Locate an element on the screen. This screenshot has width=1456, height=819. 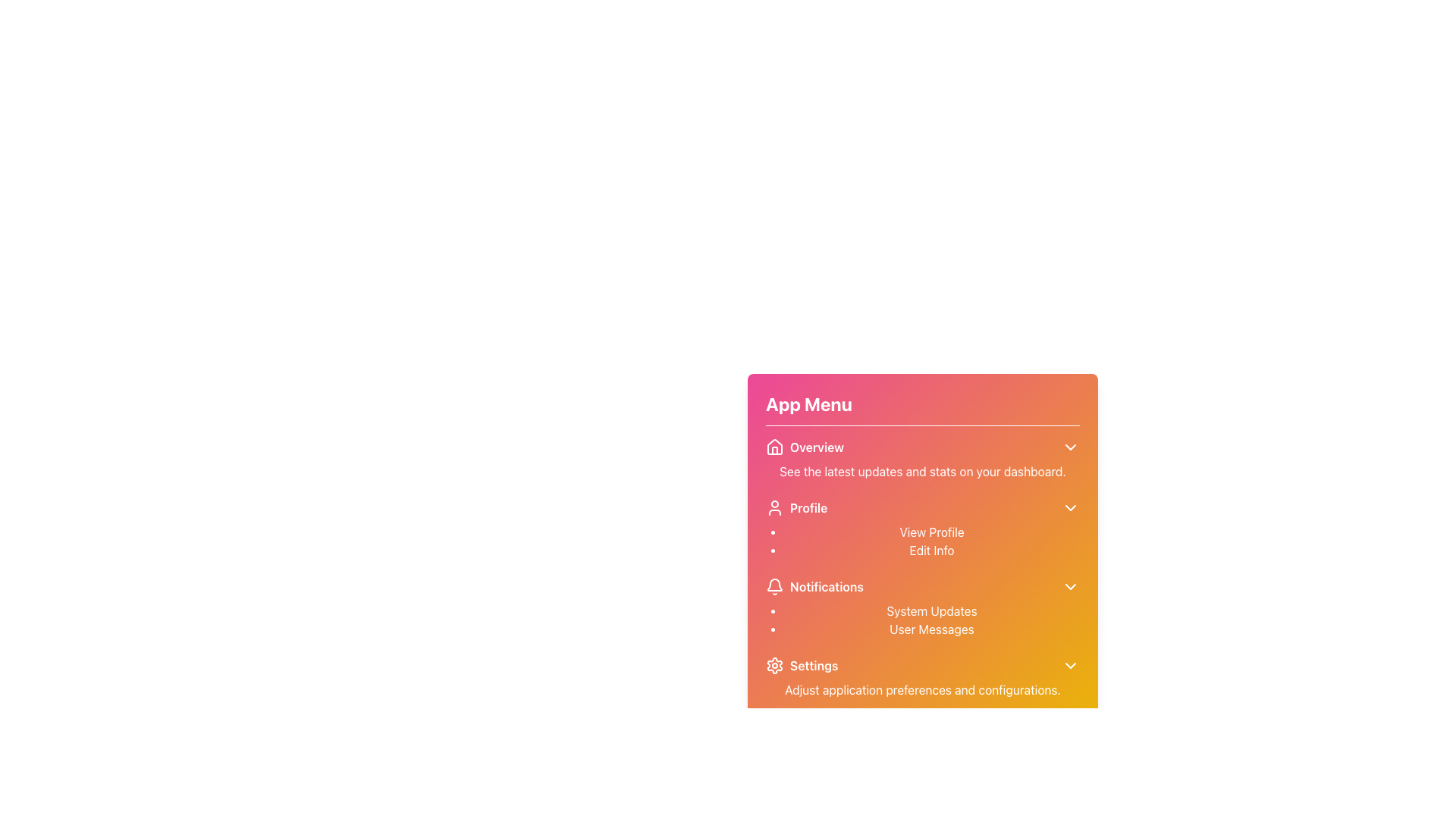
the informative text that reads 'See the latest updates and stats on your dashboard.' located below the 'Overview' section header in the sidebar menu is located at coordinates (922, 470).